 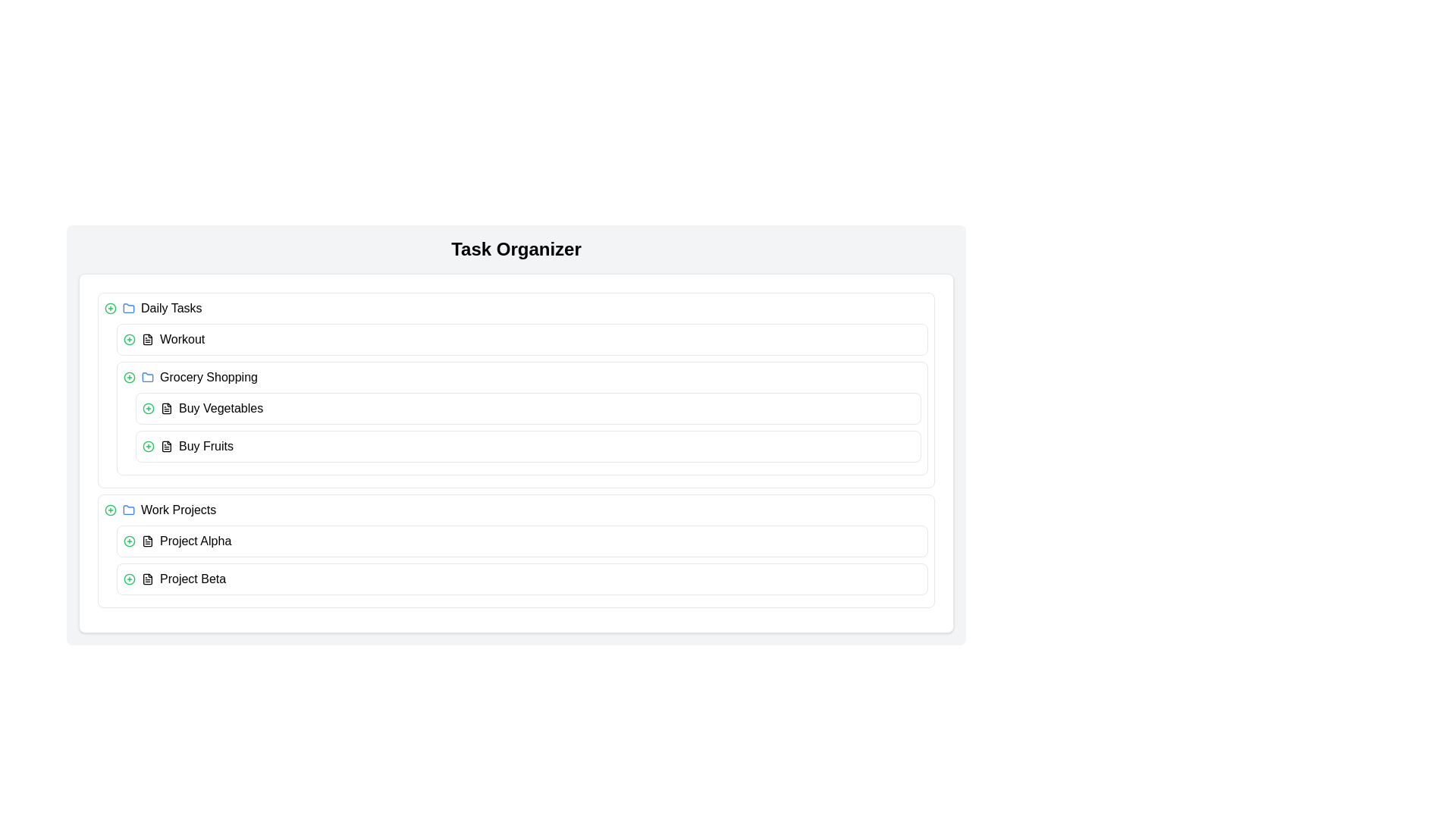 What do you see at coordinates (148, 376) in the screenshot?
I see `the icon that visually represents the 'Grocery Shopping' section, located immediately to the left of the text 'Grocery Shopping'` at bounding box center [148, 376].